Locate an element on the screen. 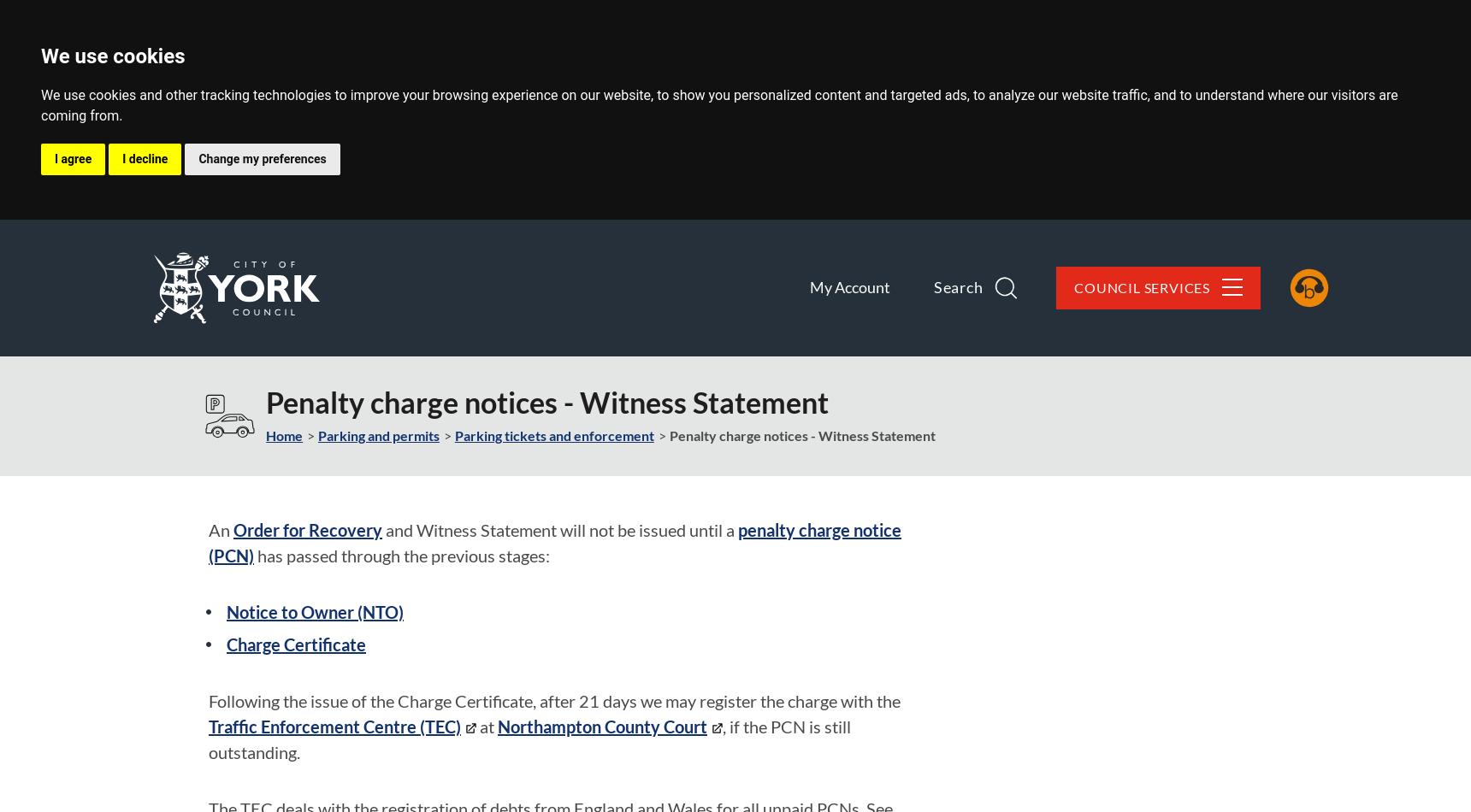 This screenshot has height=812, width=1471. 'Traffic Enforcement Centre (TEC)' is located at coordinates (334, 725).